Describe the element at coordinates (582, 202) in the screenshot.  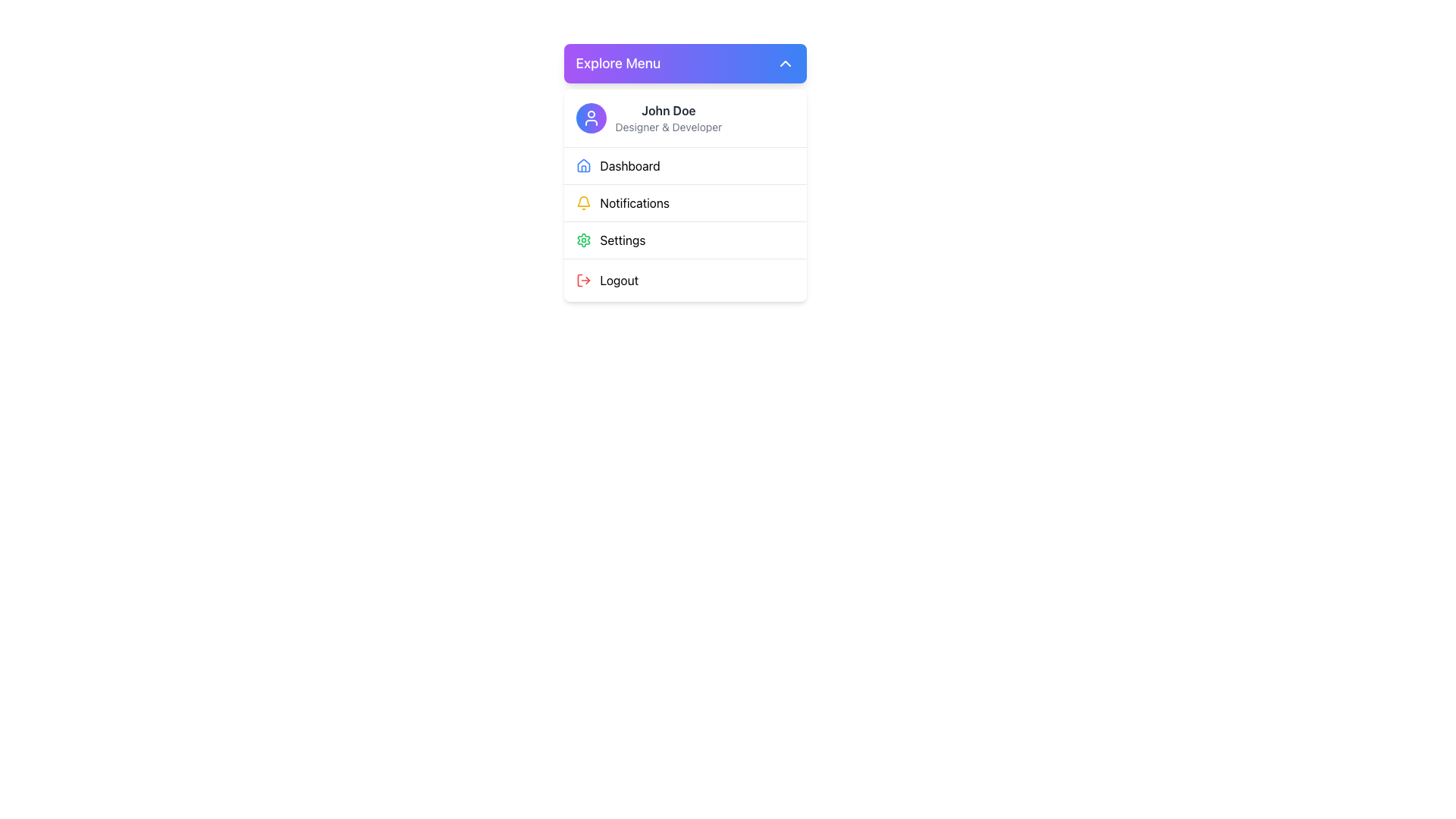
I see `the golden-yellow bell icon in the Notifications menu to trigger a tooltip` at that location.